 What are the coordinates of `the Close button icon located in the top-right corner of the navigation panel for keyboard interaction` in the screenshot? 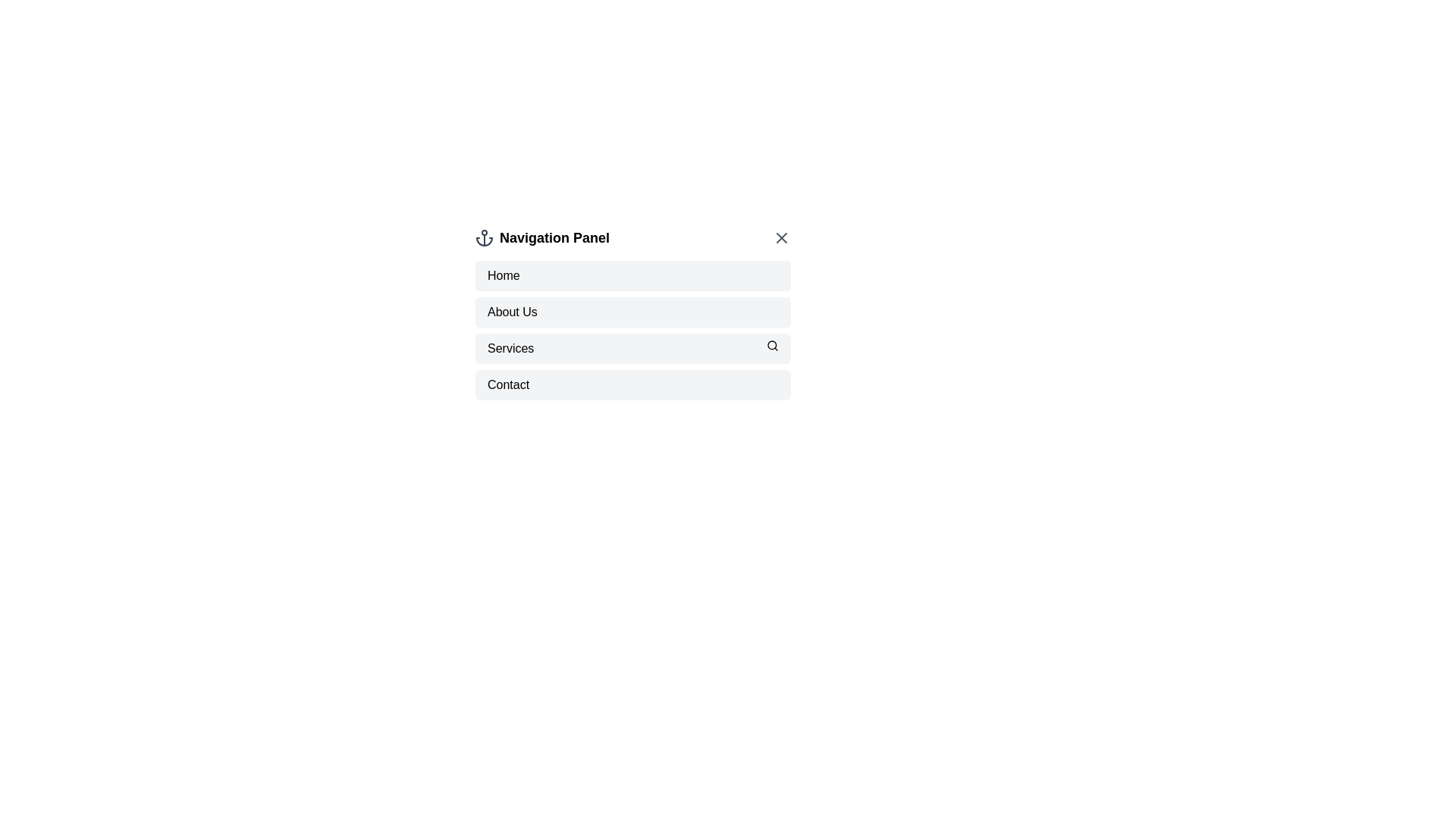 It's located at (782, 237).